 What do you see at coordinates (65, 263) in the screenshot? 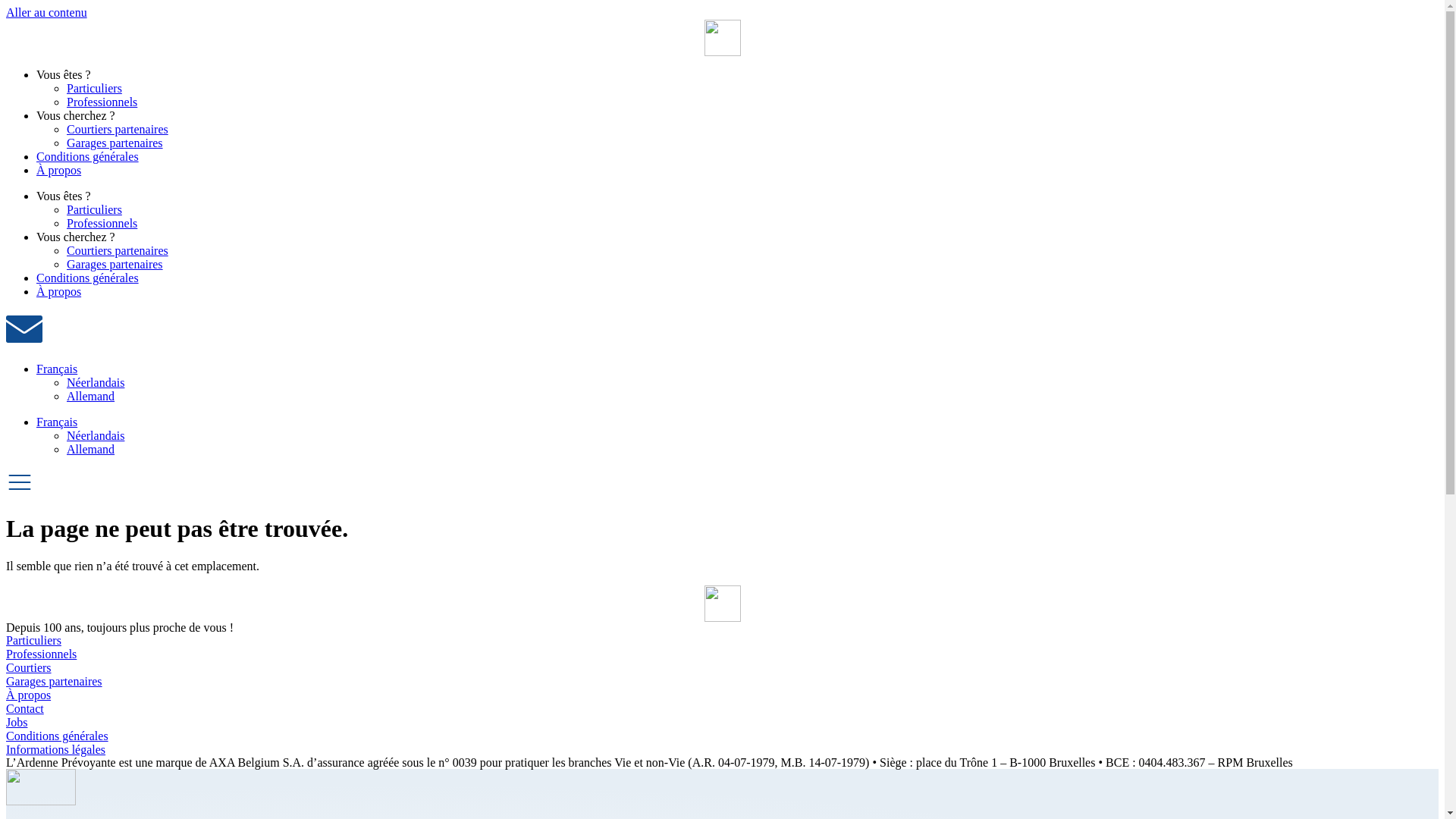
I see `'Garages partenaires'` at bounding box center [65, 263].